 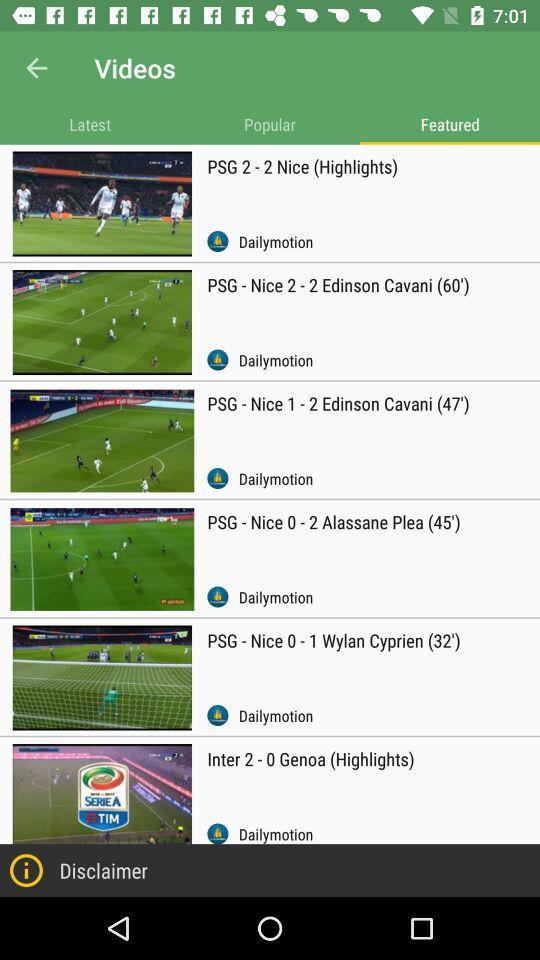 What do you see at coordinates (449, 123) in the screenshot?
I see `item above the psg 2 2 icon` at bounding box center [449, 123].